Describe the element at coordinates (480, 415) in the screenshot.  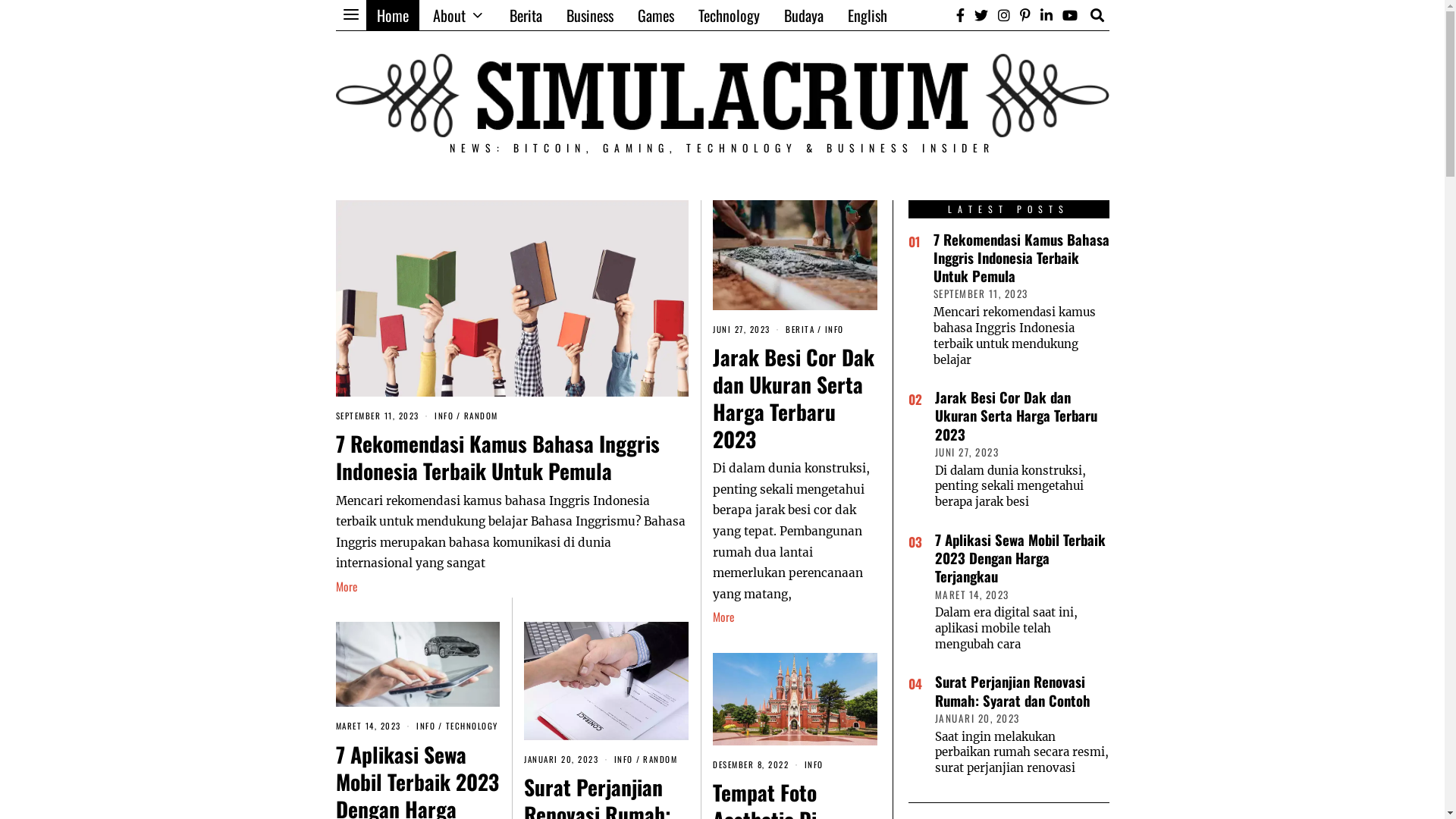
I see `'RANDOM'` at that location.